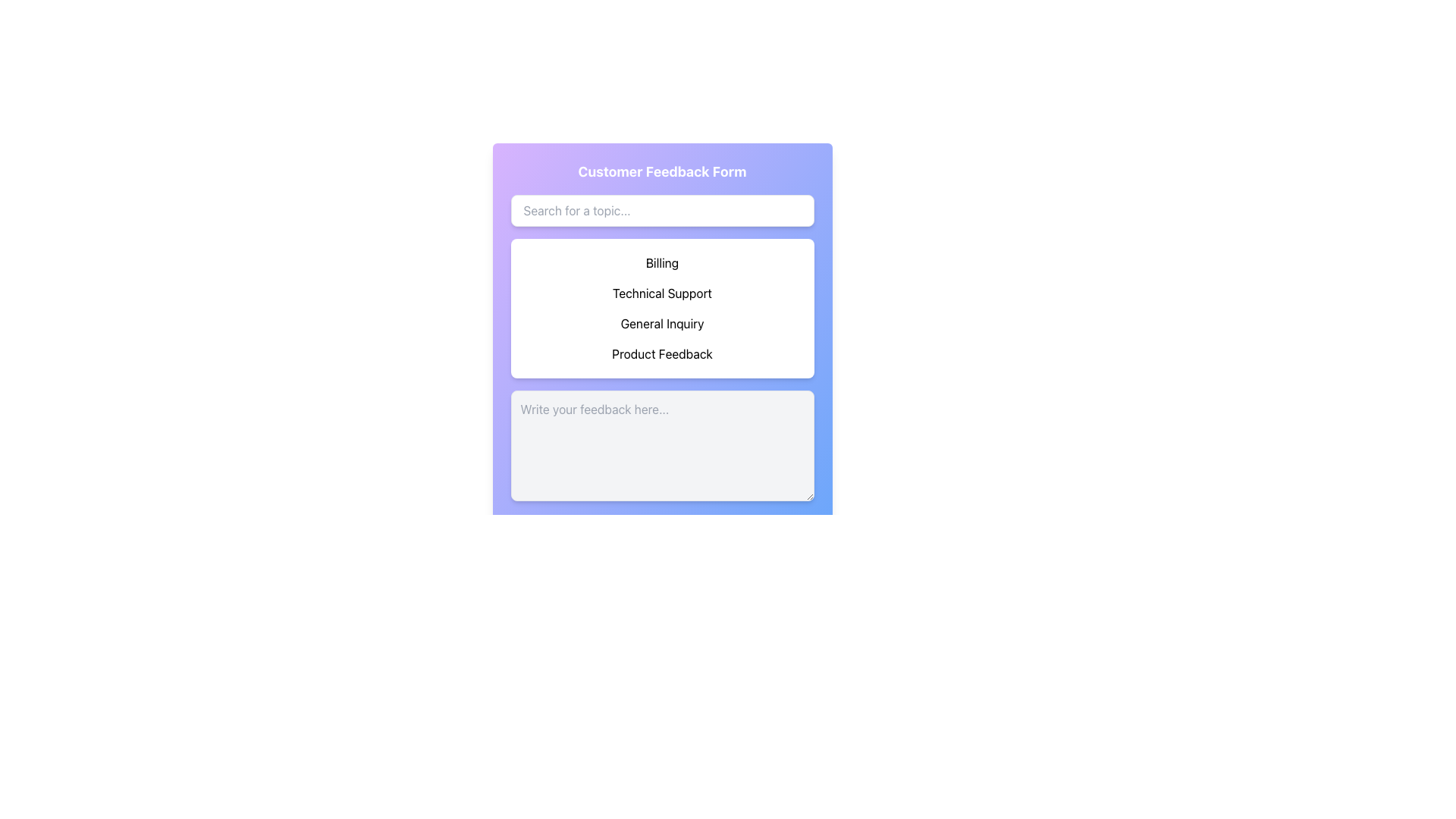  I want to click on the 'Product Feedback' button, which is the fourth item in the list of options within the 'Customer Feedback Form' panel, so click(662, 353).